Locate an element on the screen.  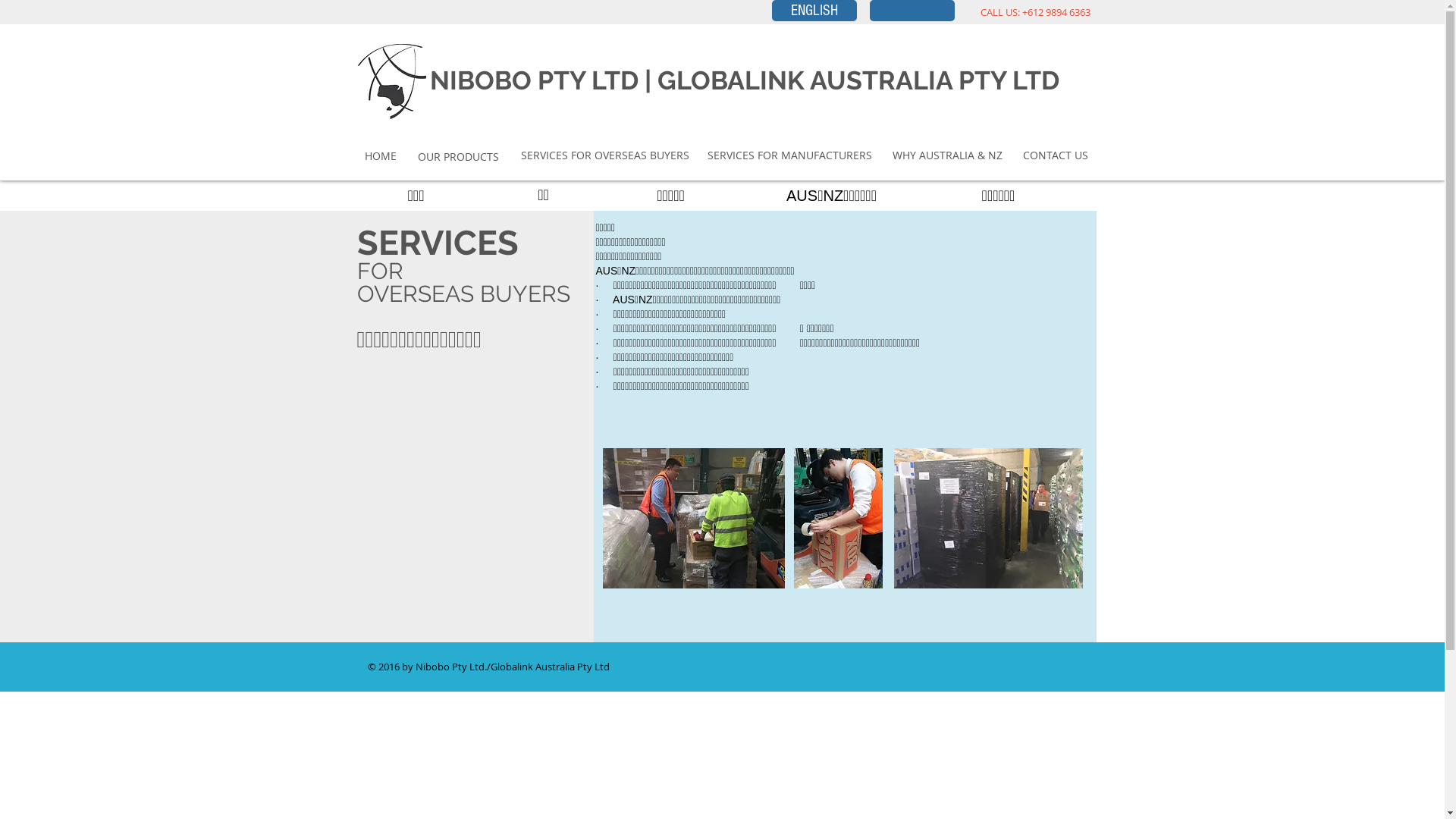
'ENGLISH' is located at coordinates (814, 11).